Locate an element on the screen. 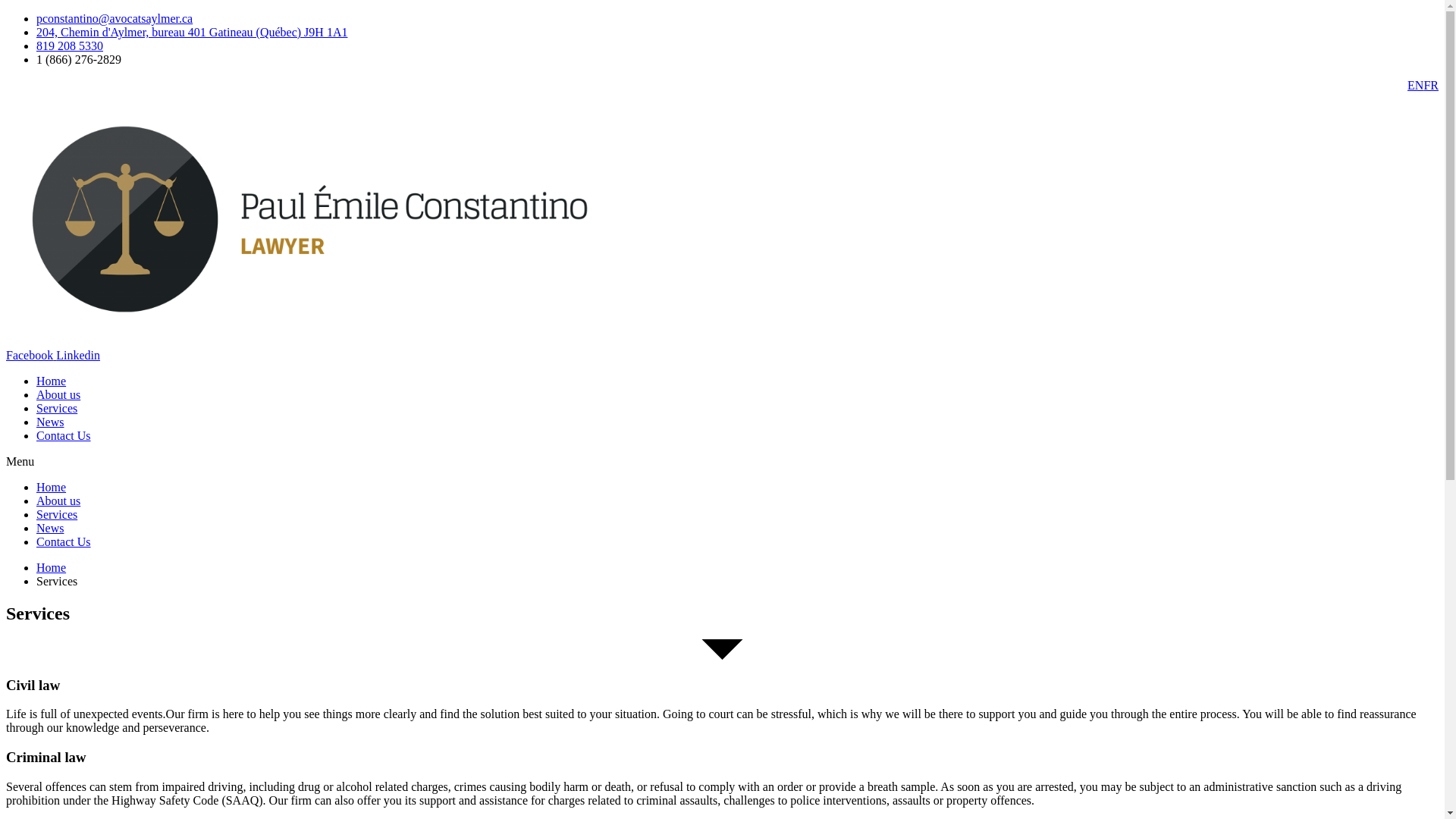 The width and height of the screenshot is (1456, 819). 'News' is located at coordinates (50, 422).